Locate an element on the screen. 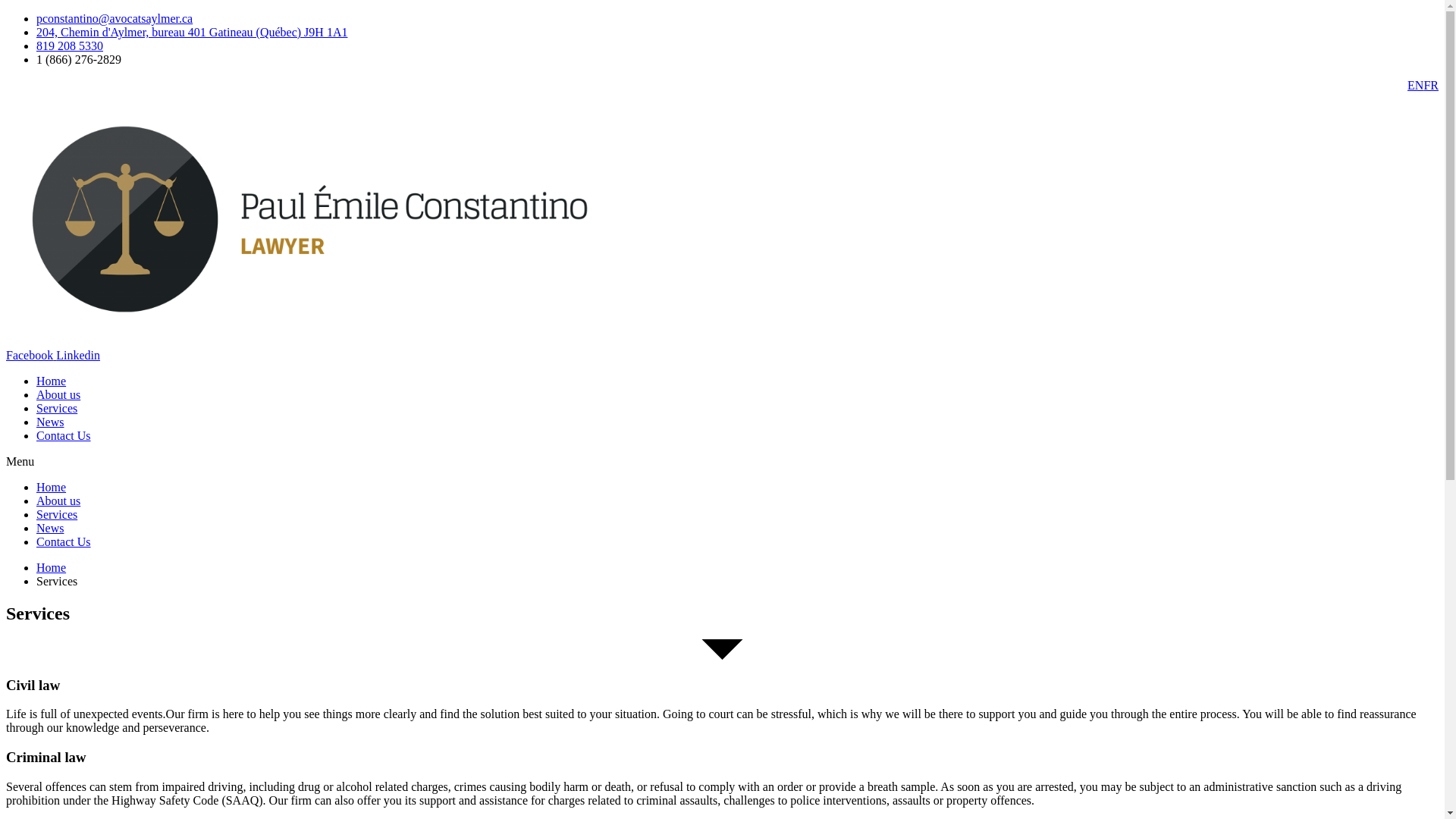 The width and height of the screenshot is (1456, 819). 'News' is located at coordinates (50, 422).